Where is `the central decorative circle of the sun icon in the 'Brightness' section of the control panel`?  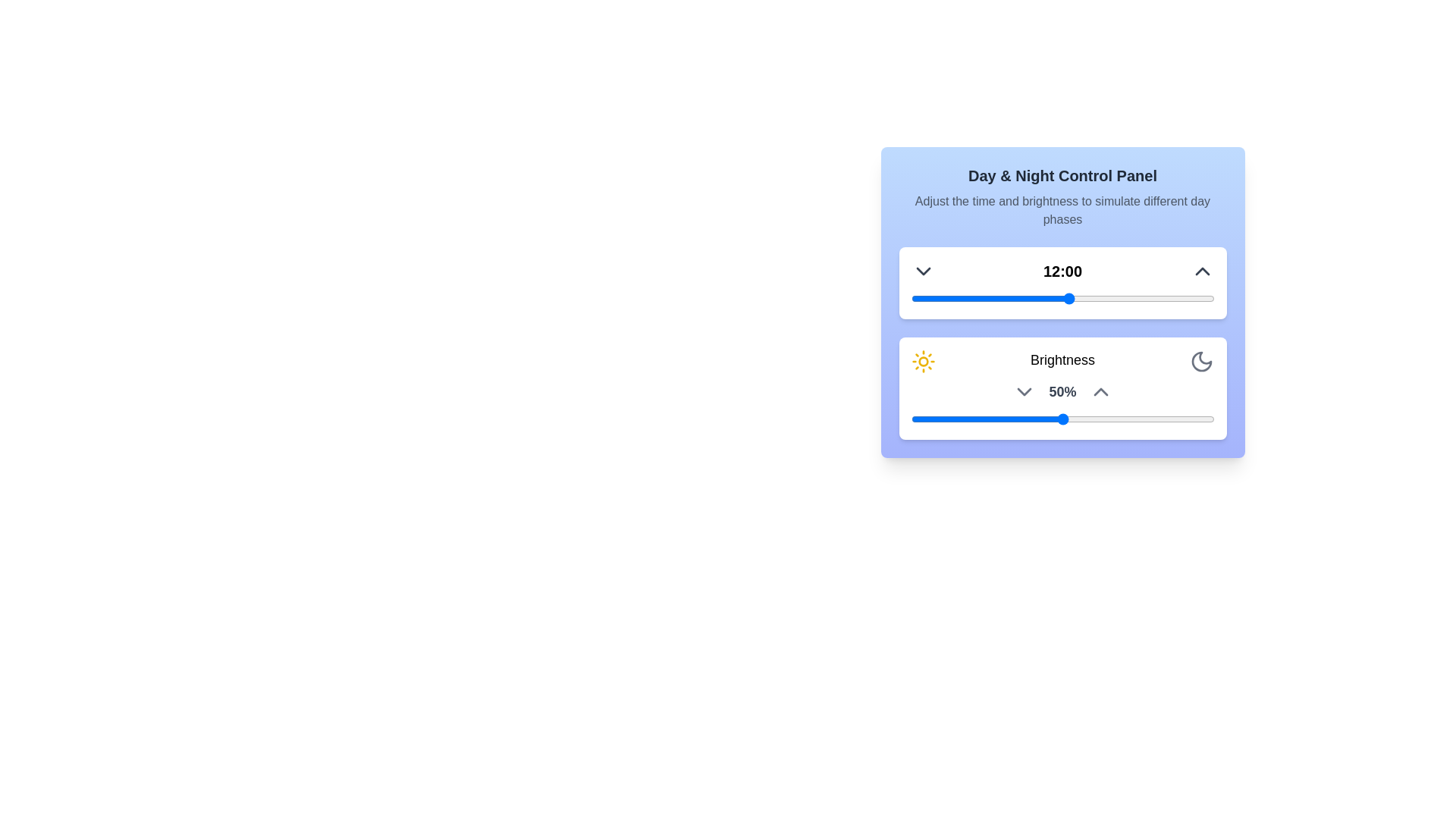 the central decorative circle of the sun icon in the 'Brightness' section of the control panel is located at coordinates (922, 362).